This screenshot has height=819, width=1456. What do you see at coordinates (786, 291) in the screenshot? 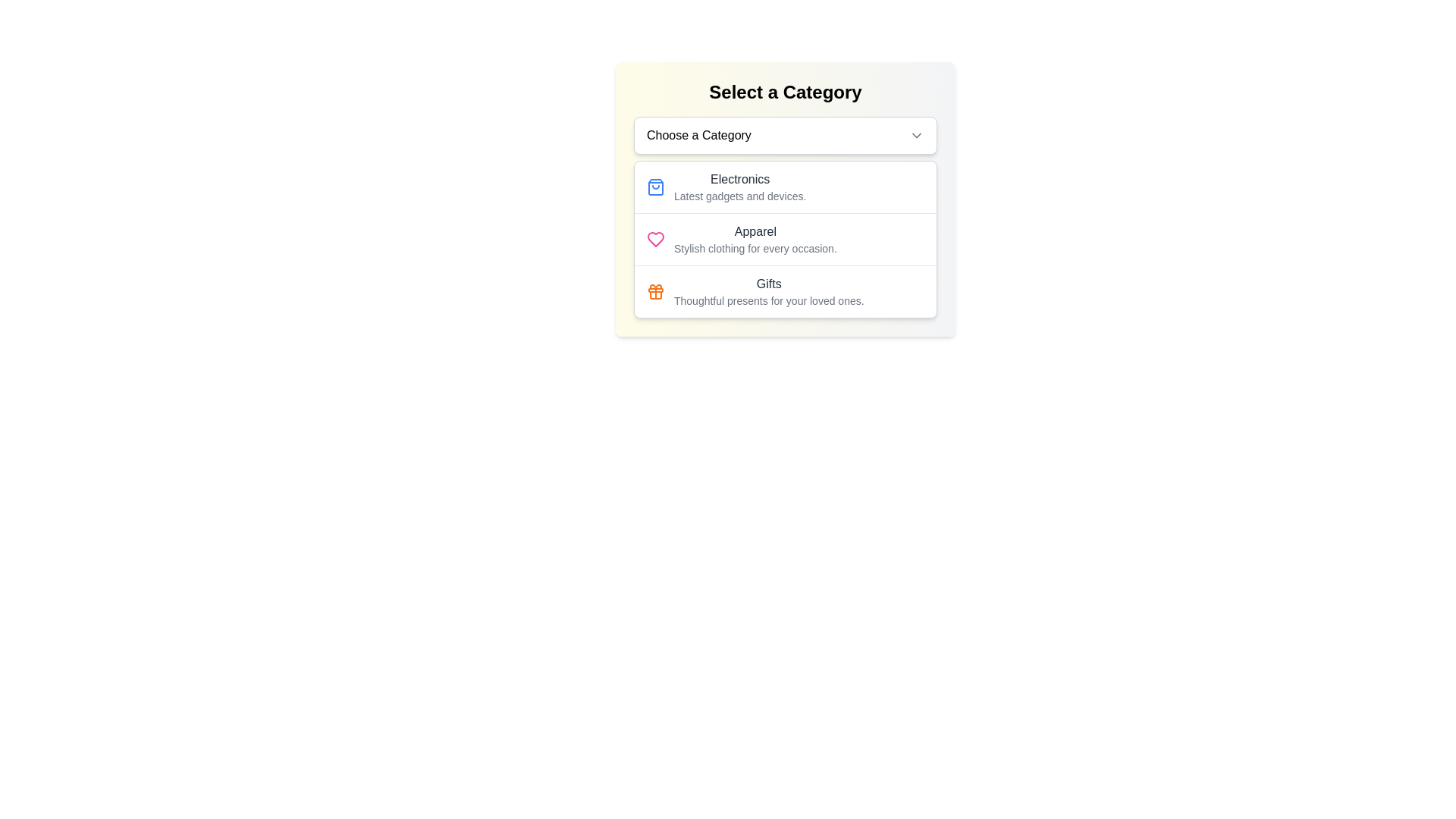
I see `the 'Gifts' menu option in the dropdown menu labeled 'Select a Category'` at bounding box center [786, 291].